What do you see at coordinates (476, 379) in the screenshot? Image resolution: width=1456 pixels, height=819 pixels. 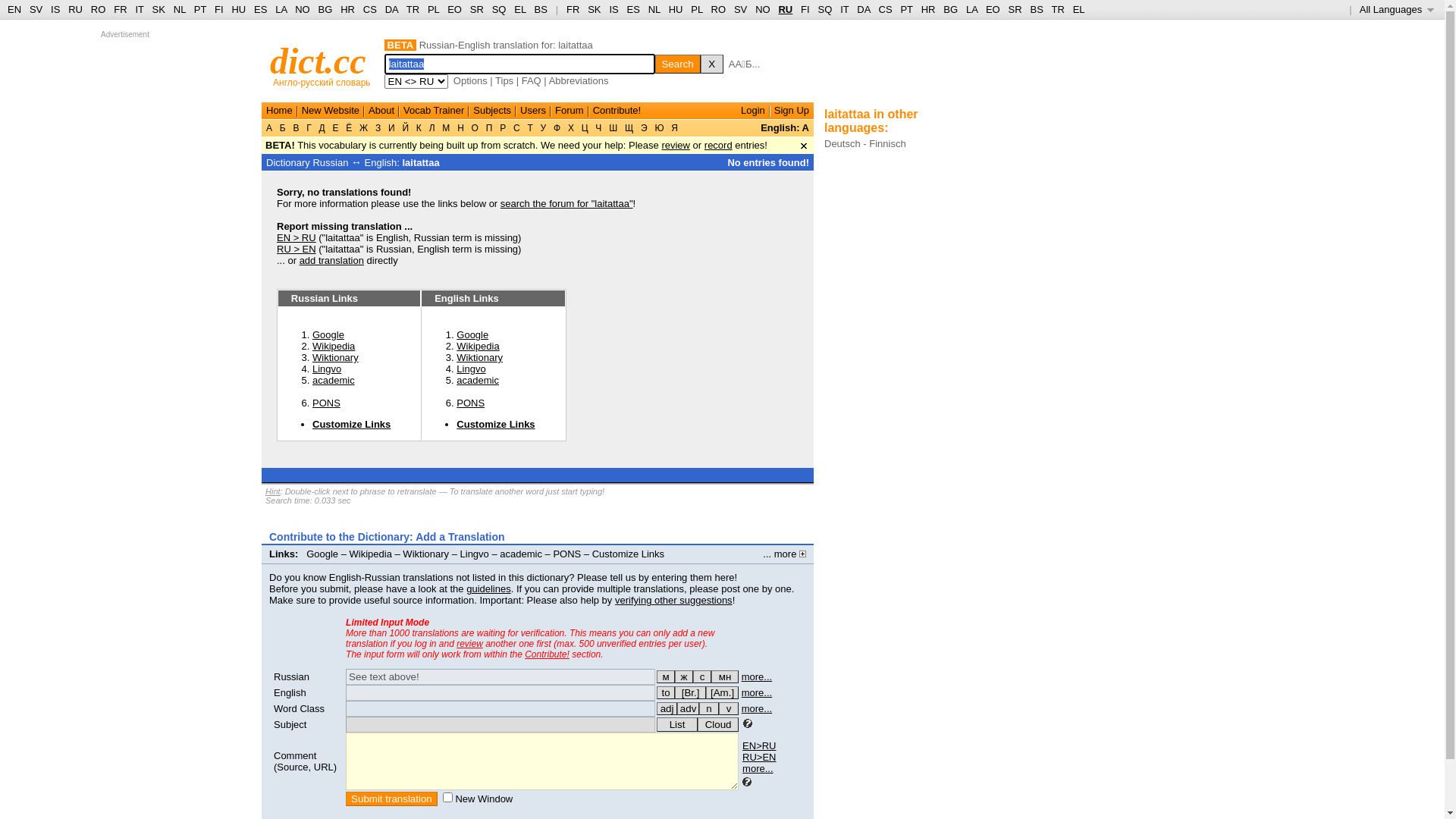 I see `'academic'` at bounding box center [476, 379].